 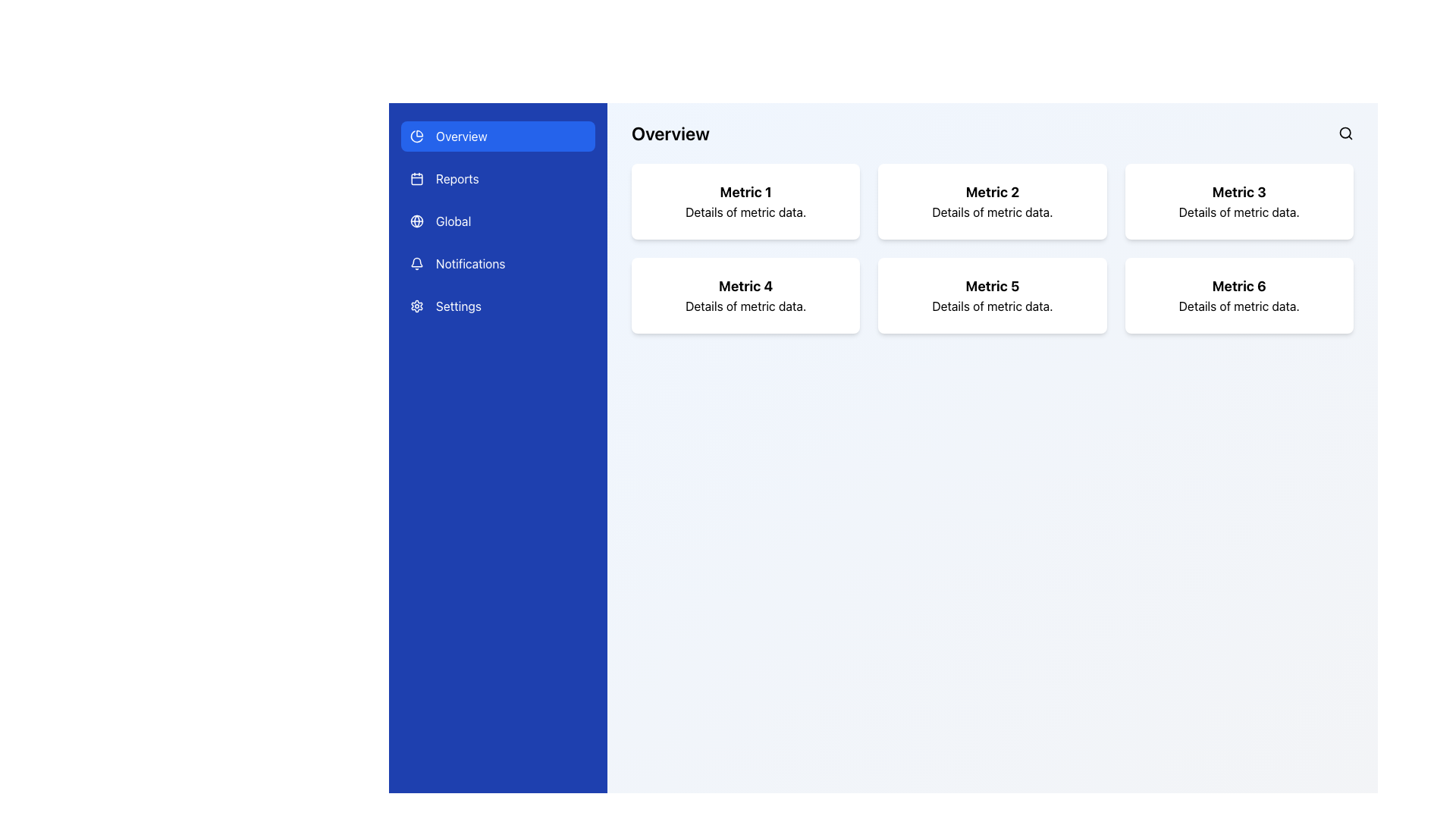 What do you see at coordinates (1239, 287) in the screenshot?
I see `the title text label indicating the name of a specific metric on the card located in the lower-right of the grid layout, near the descriptive text 'Details of metric data.'` at bounding box center [1239, 287].